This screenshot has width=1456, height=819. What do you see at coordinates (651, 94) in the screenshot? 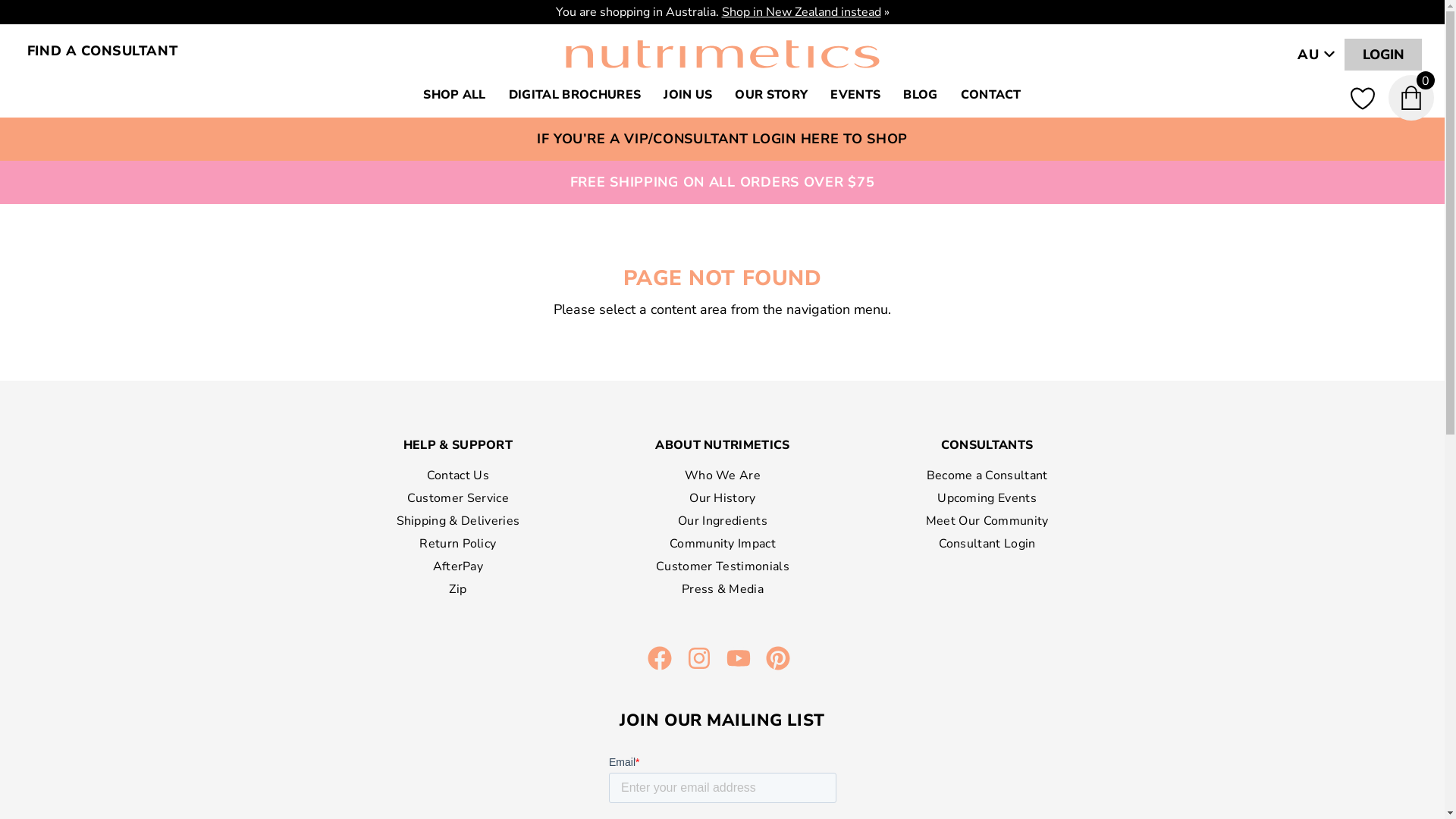
I see `'JOIN US'` at bounding box center [651, 94].